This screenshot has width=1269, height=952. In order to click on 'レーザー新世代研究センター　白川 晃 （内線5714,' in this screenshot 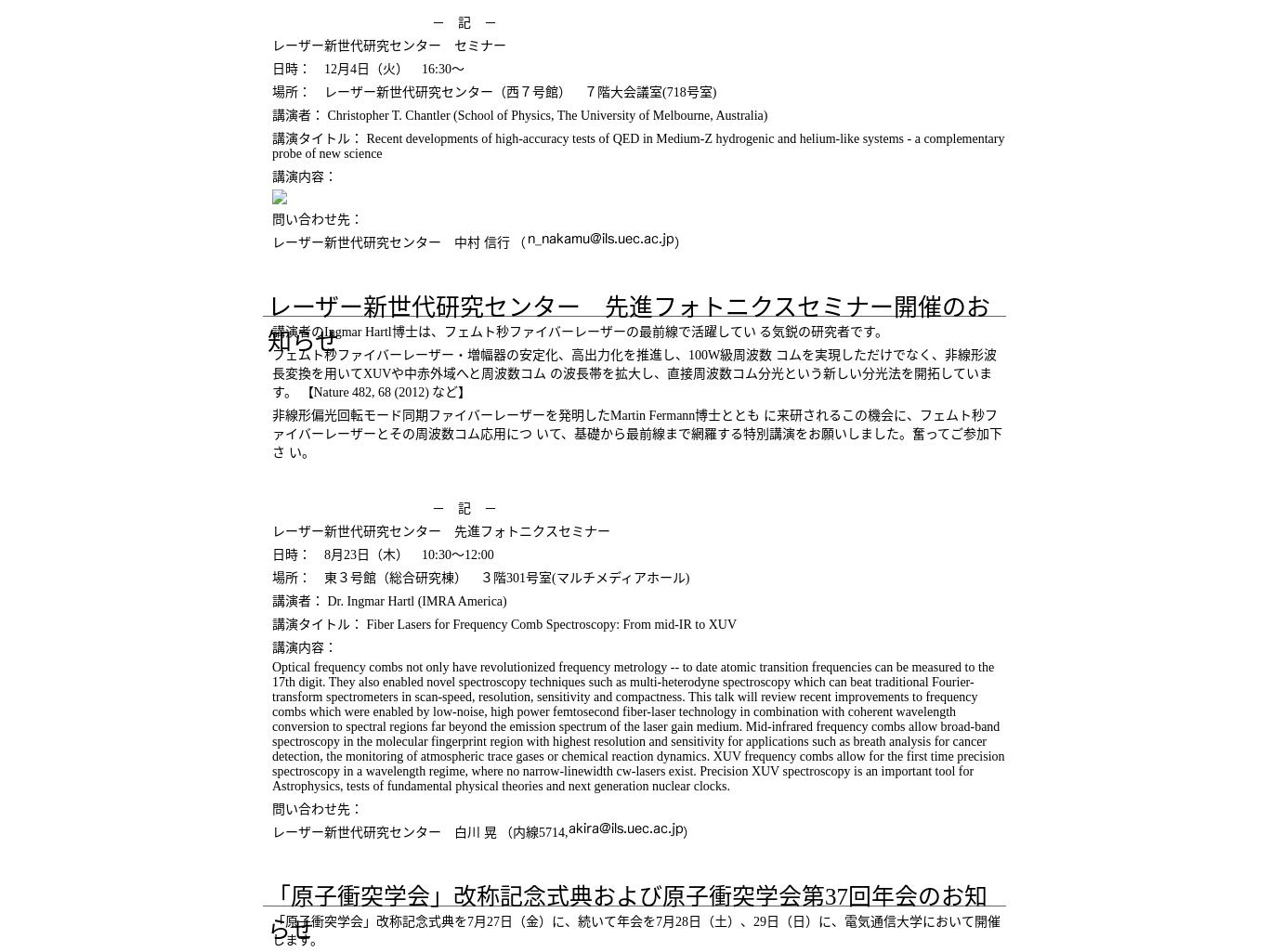, I will do `click(419, 831)`.